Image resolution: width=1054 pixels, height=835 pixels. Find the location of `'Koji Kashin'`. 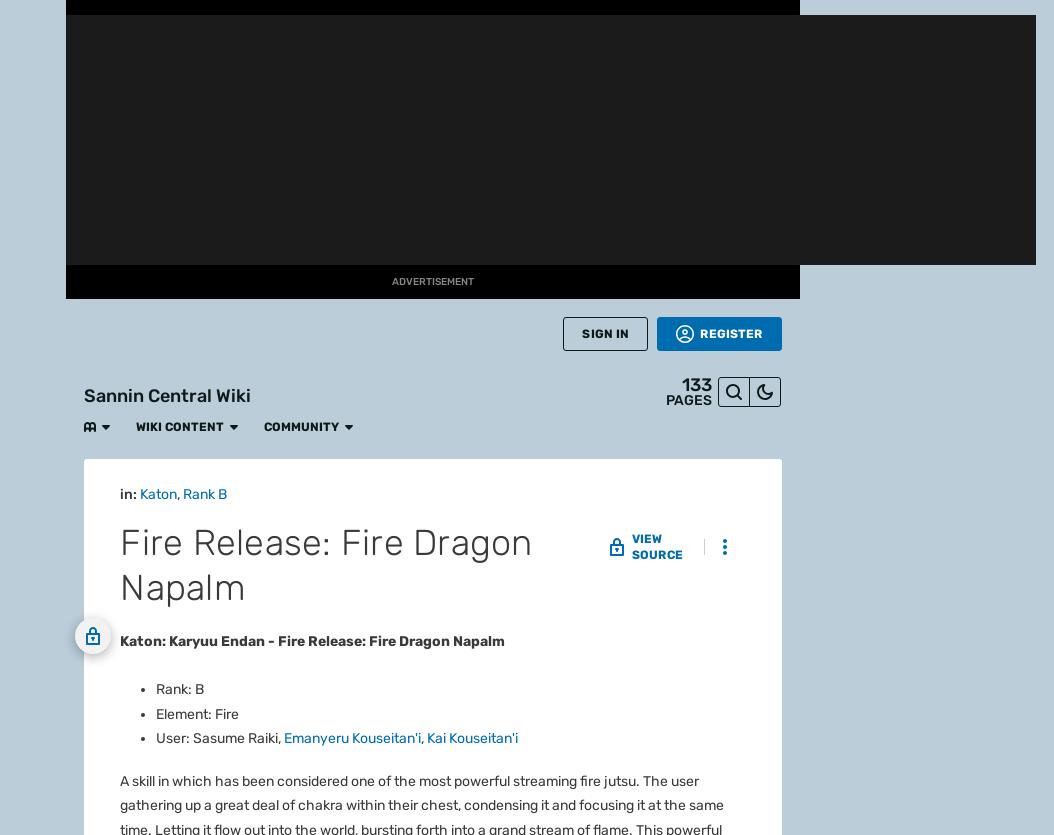

'Koji Kashin' is located at coordinates (394, 202).